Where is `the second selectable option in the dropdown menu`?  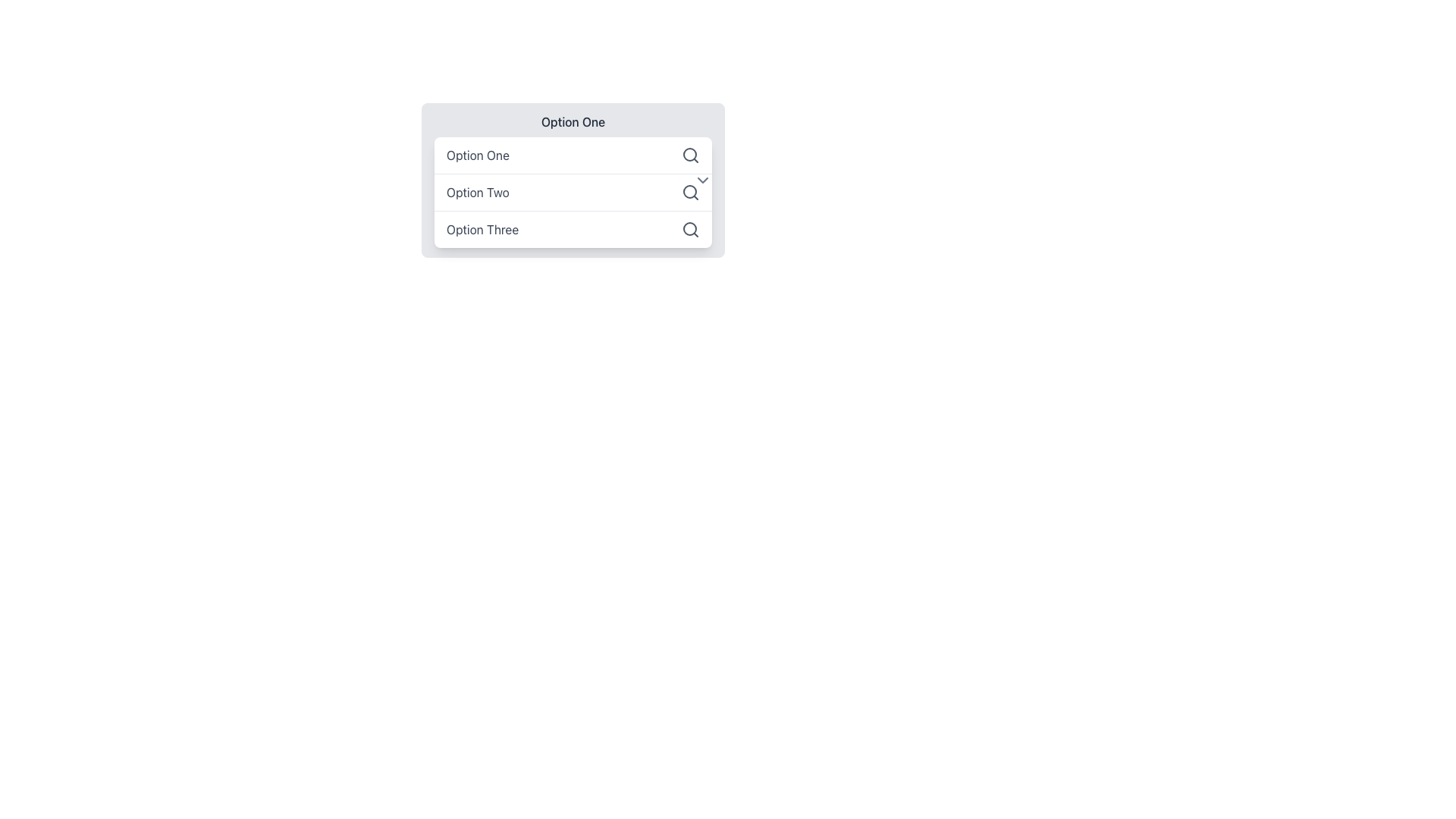 the second selectable option in the dropdown menu is located at coordinates (572, 180).